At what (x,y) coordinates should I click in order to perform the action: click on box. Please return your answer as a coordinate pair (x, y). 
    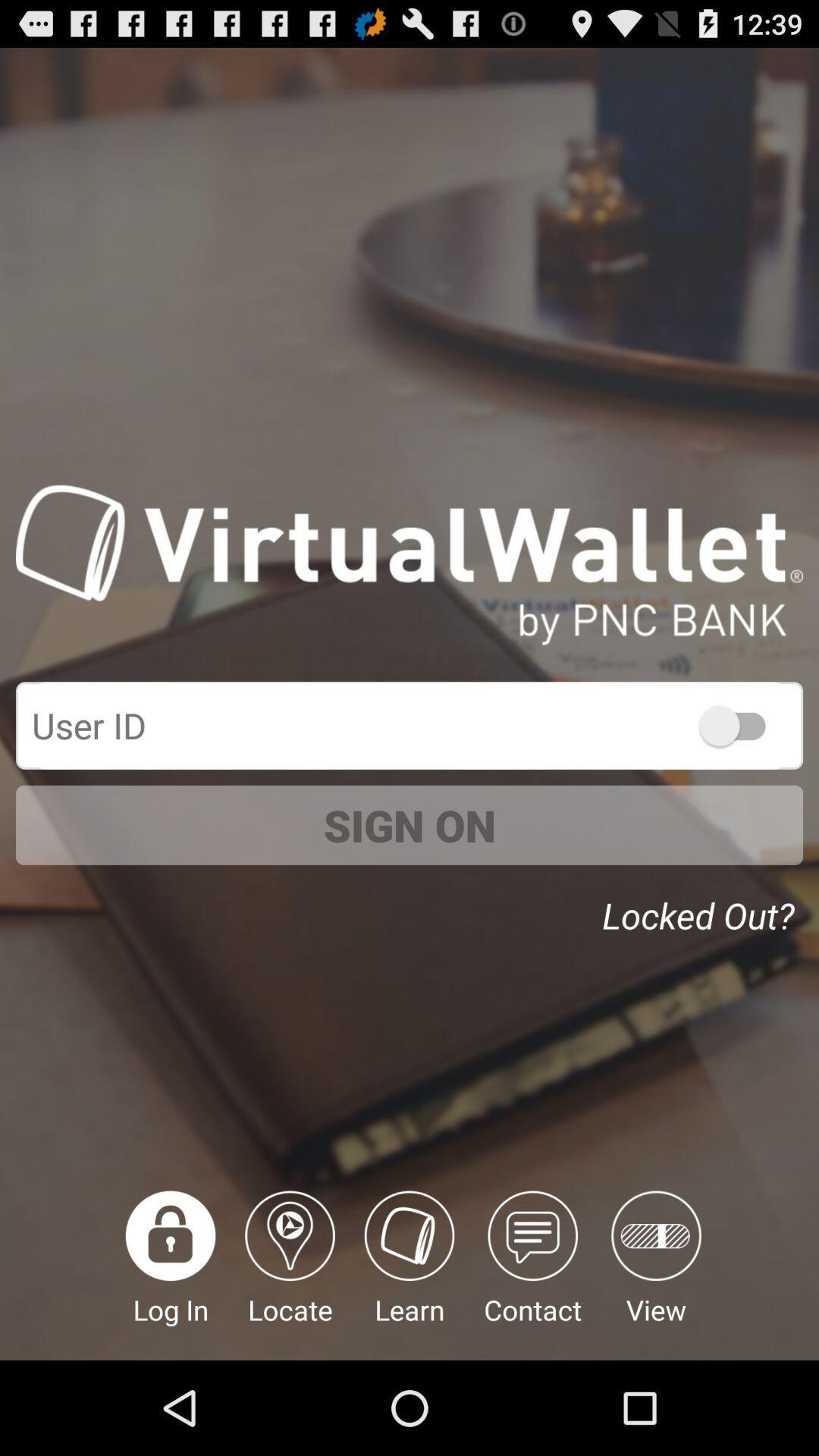
    Looking at the image, I should click on (409, 724).